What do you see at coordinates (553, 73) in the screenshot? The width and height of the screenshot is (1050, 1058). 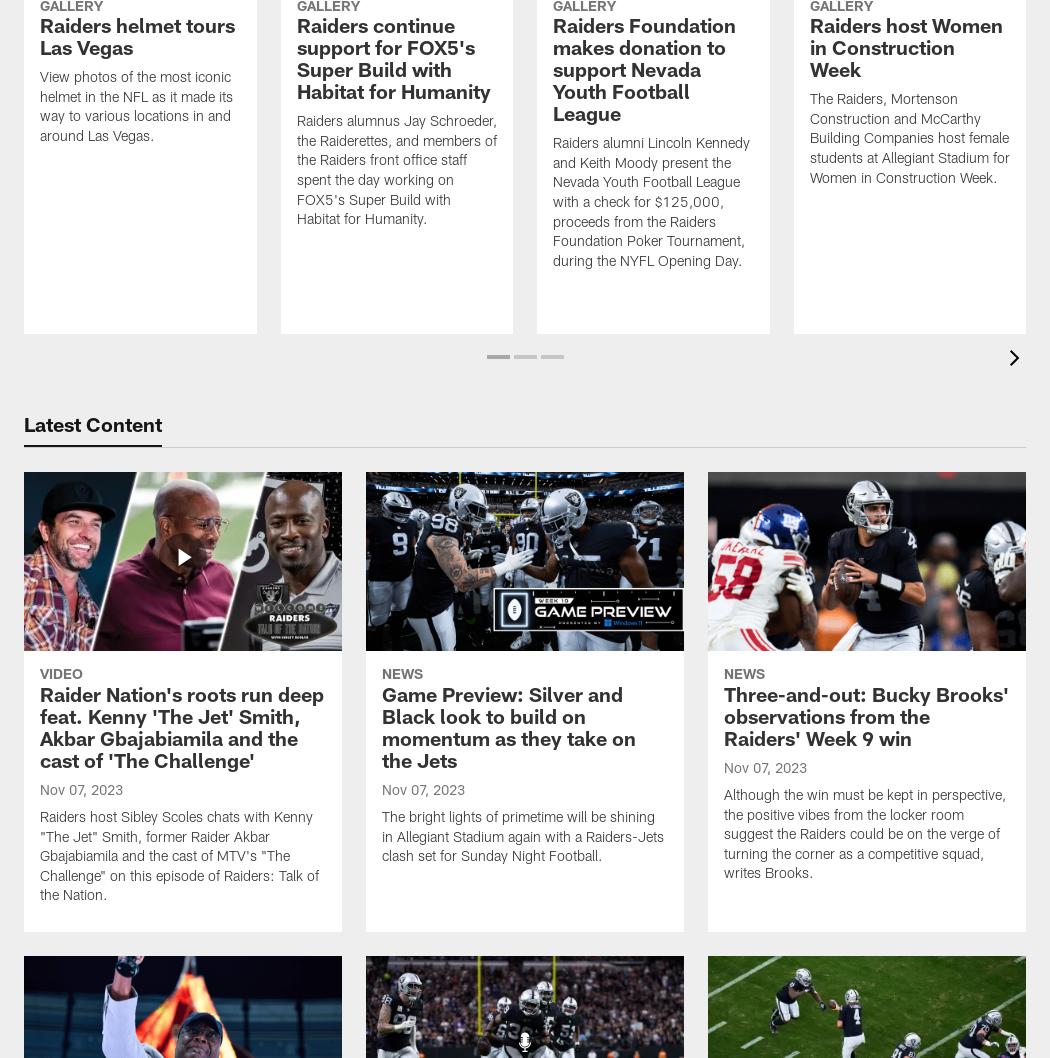 I see `'Raiders Foundation makes donation to support Nevada Youth Football League'` at bounding box center [553, 73].